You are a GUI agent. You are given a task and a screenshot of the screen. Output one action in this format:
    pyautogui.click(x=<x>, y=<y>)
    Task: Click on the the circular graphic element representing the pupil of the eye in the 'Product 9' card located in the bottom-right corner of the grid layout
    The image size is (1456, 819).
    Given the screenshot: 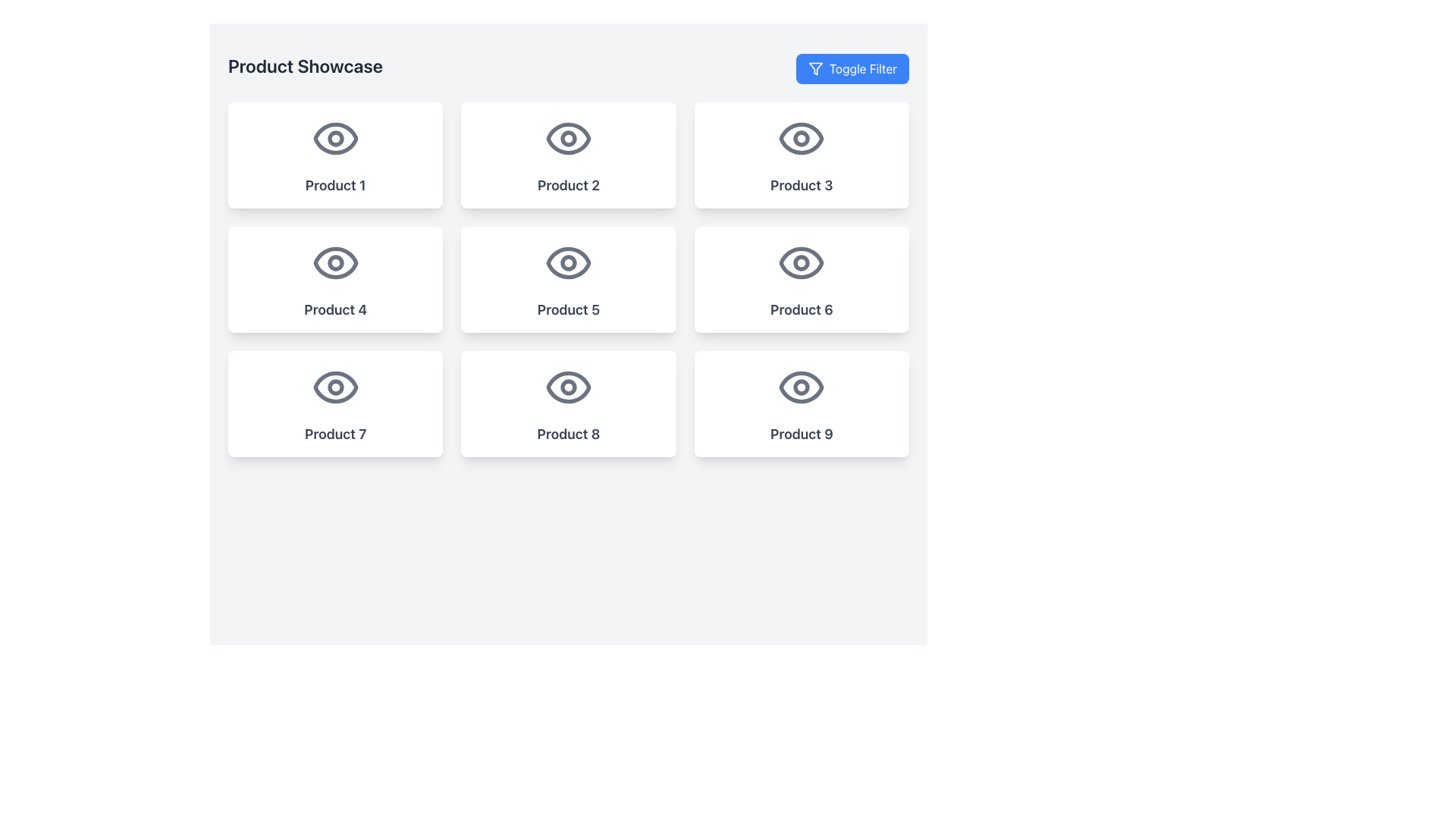 What is the action you would take?
    pyautogui.click(x=801, y=386)
    